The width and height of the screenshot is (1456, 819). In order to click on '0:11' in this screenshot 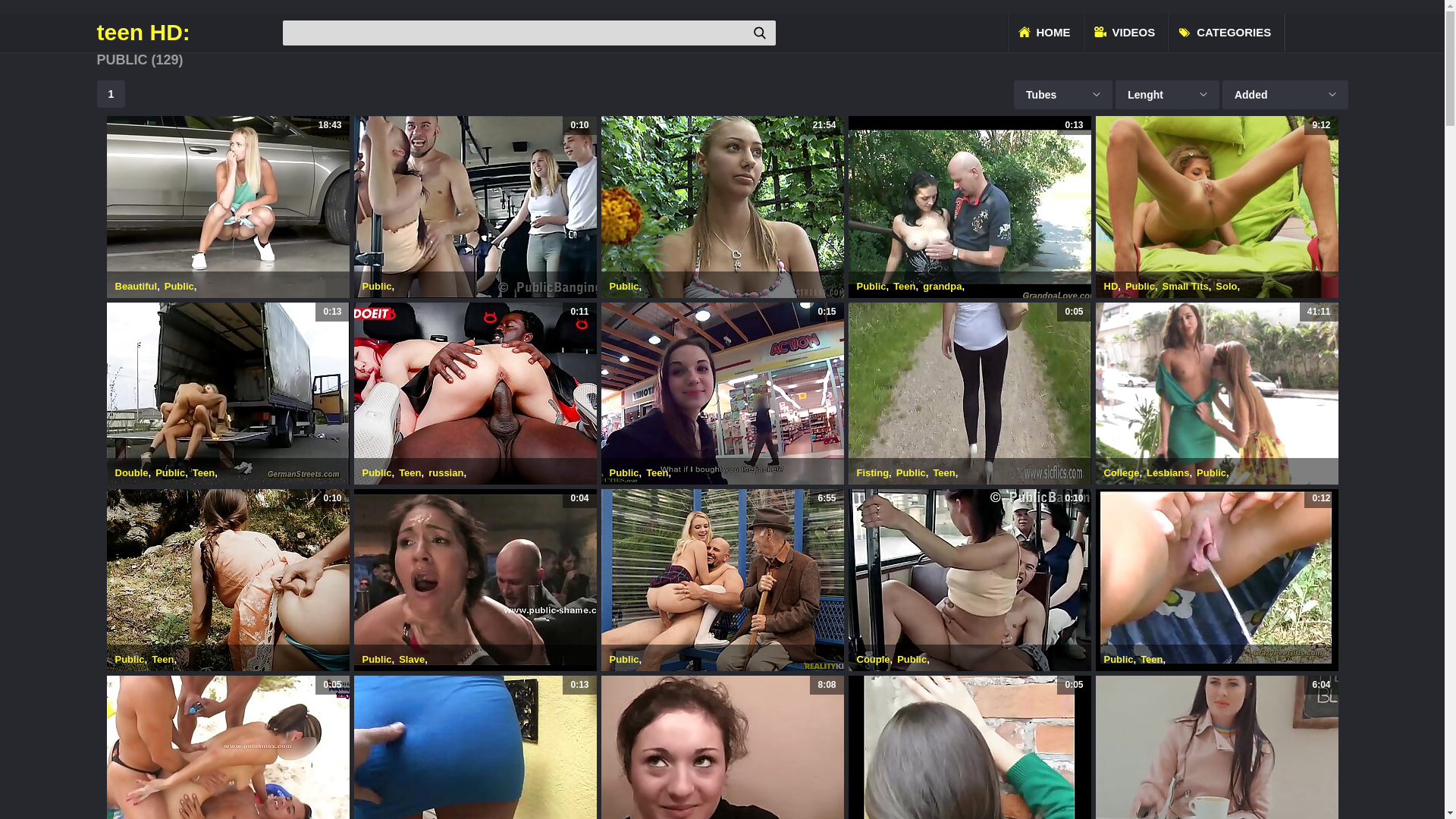, I will do `click(473, 393)`.